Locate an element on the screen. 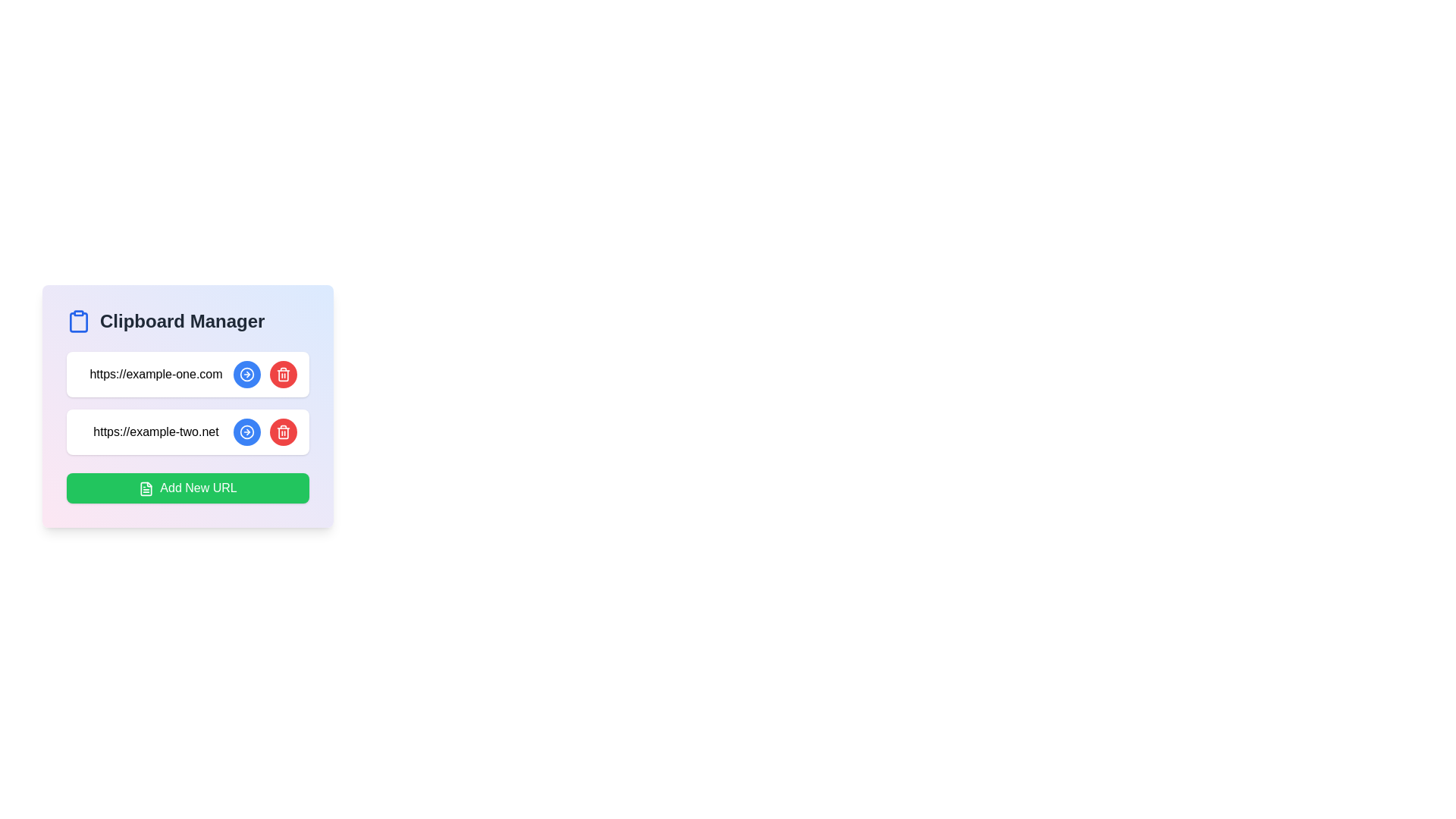  the button that allows the user to add a new URL to the clipboard manager, which is centrally aligned at the bottom of the 'Clipboard Manager' card layout is located at coordinates (187, 488).